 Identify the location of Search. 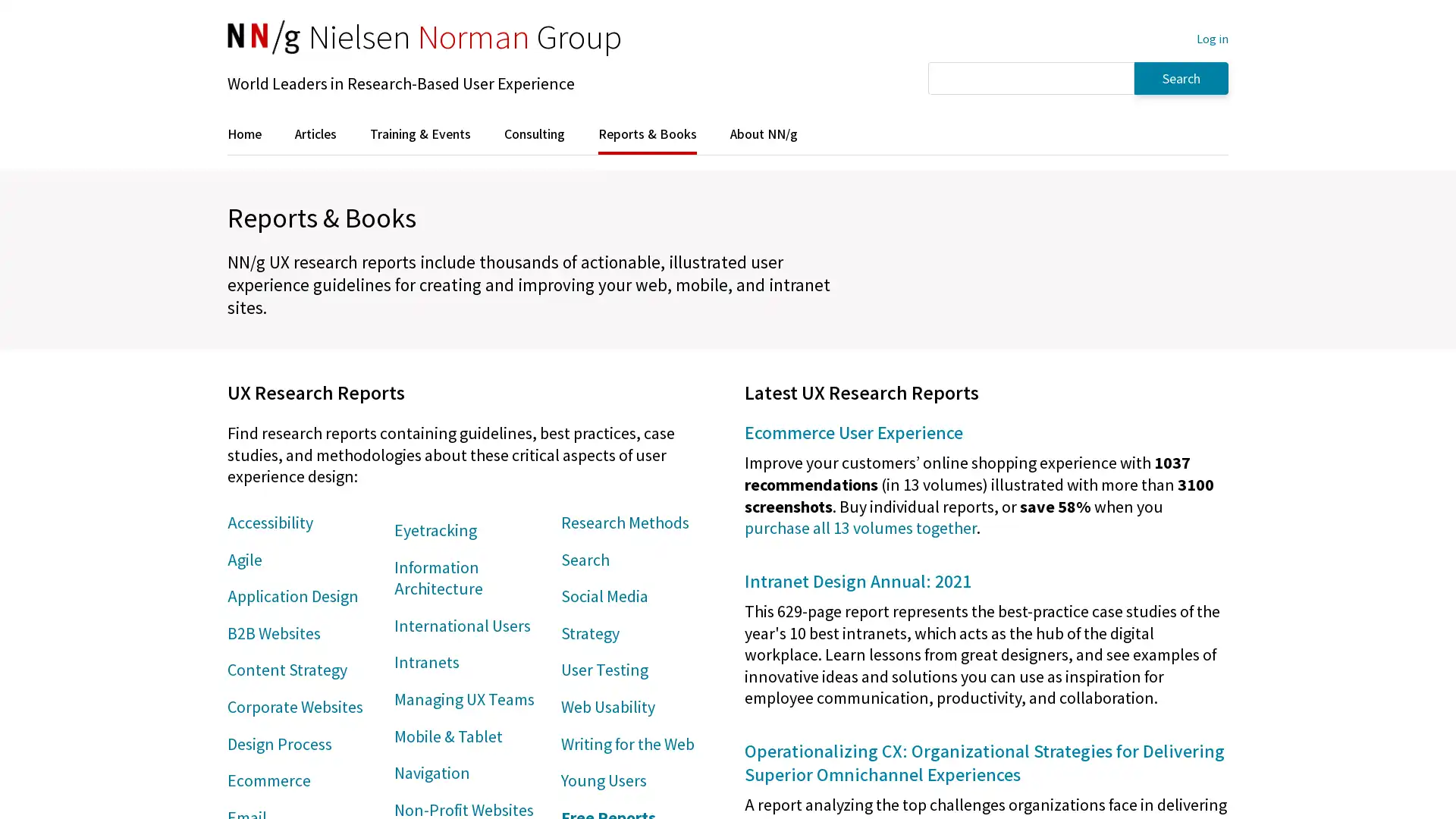
(1181, 77).